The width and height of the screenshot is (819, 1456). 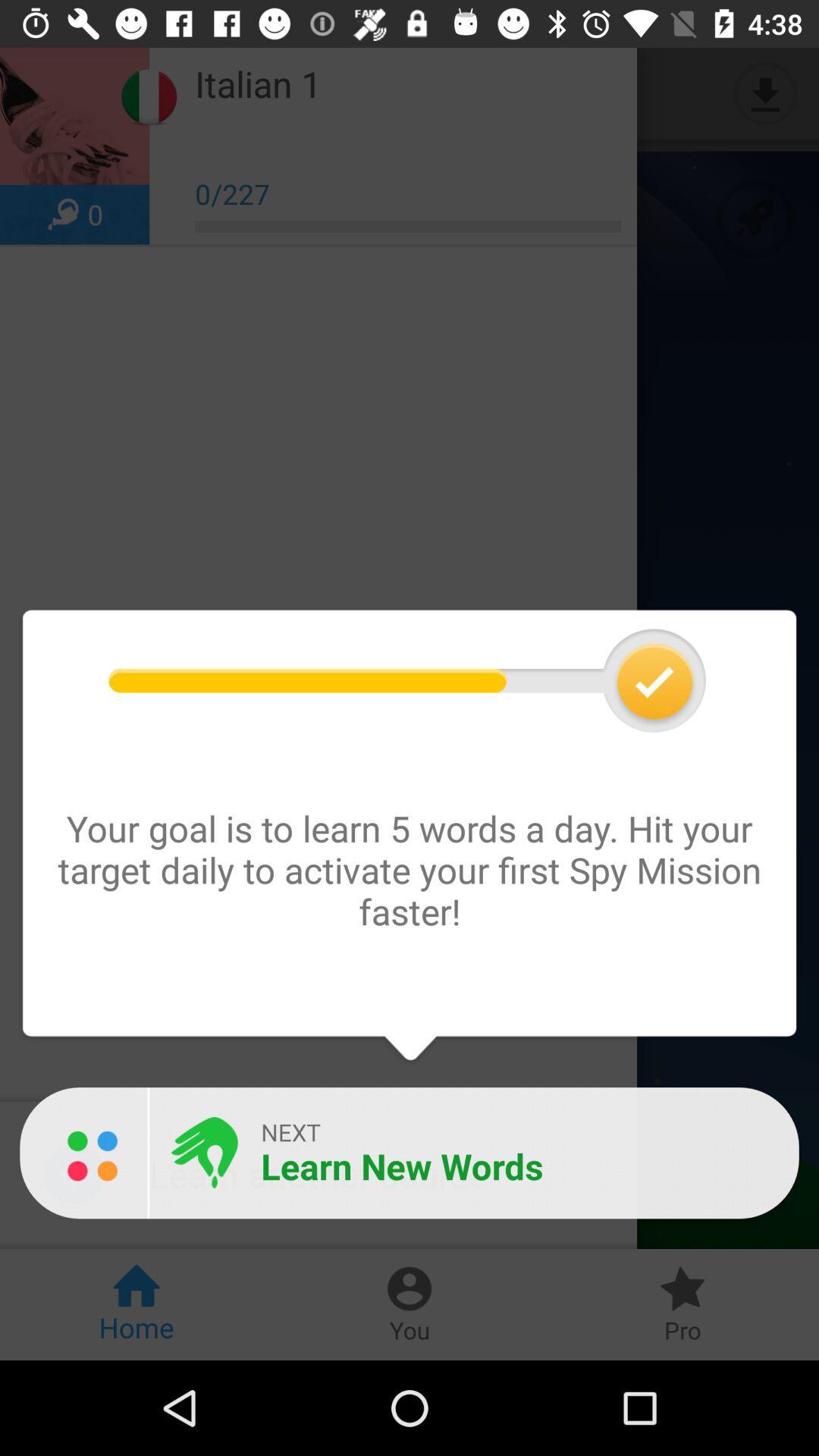 I want to click on the arrow_forward icon, so click(x=42, y=93).